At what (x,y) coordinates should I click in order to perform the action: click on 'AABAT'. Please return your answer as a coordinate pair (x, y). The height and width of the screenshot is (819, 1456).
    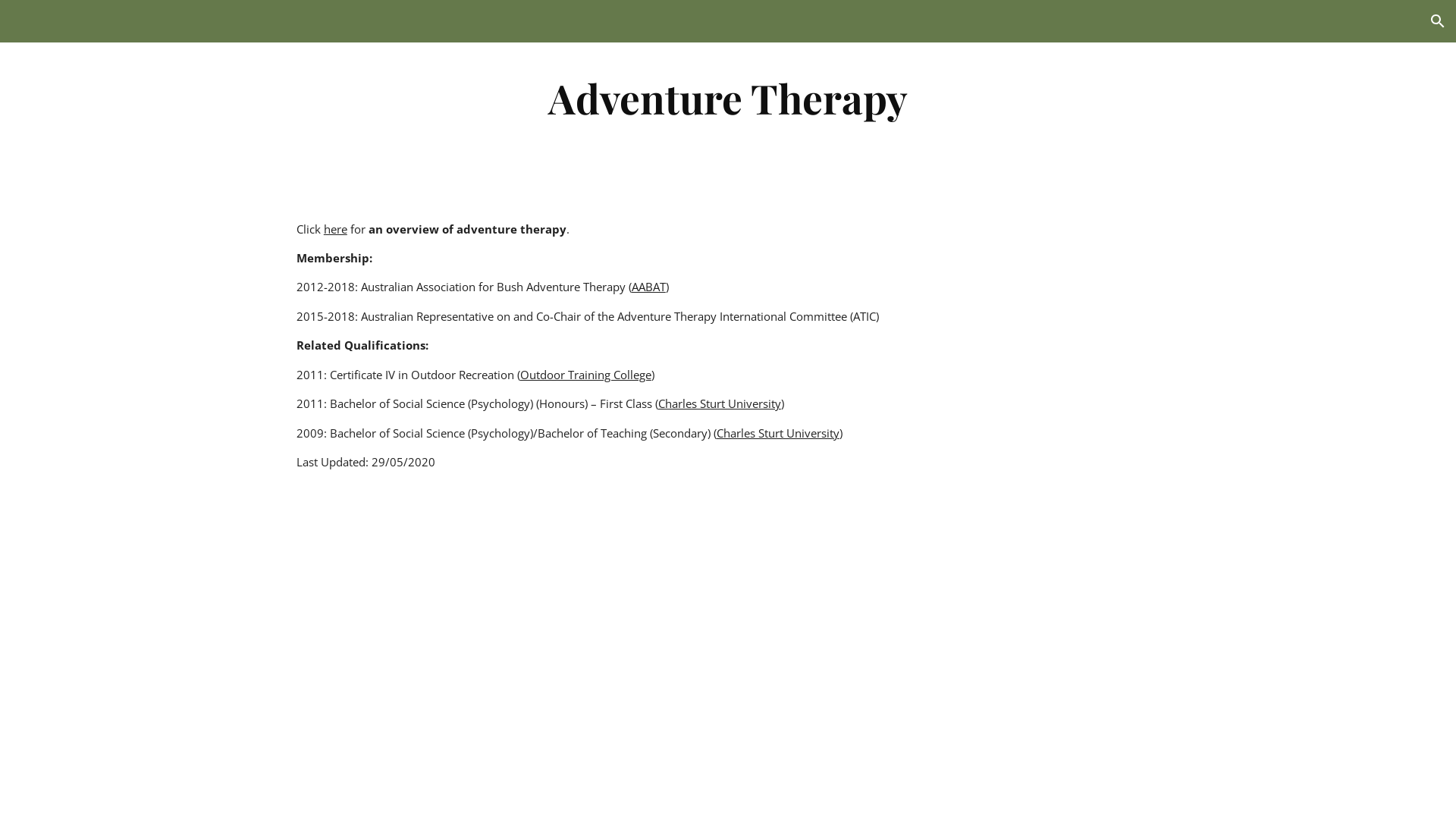
    Looking at the image, I should click on (648, 287).